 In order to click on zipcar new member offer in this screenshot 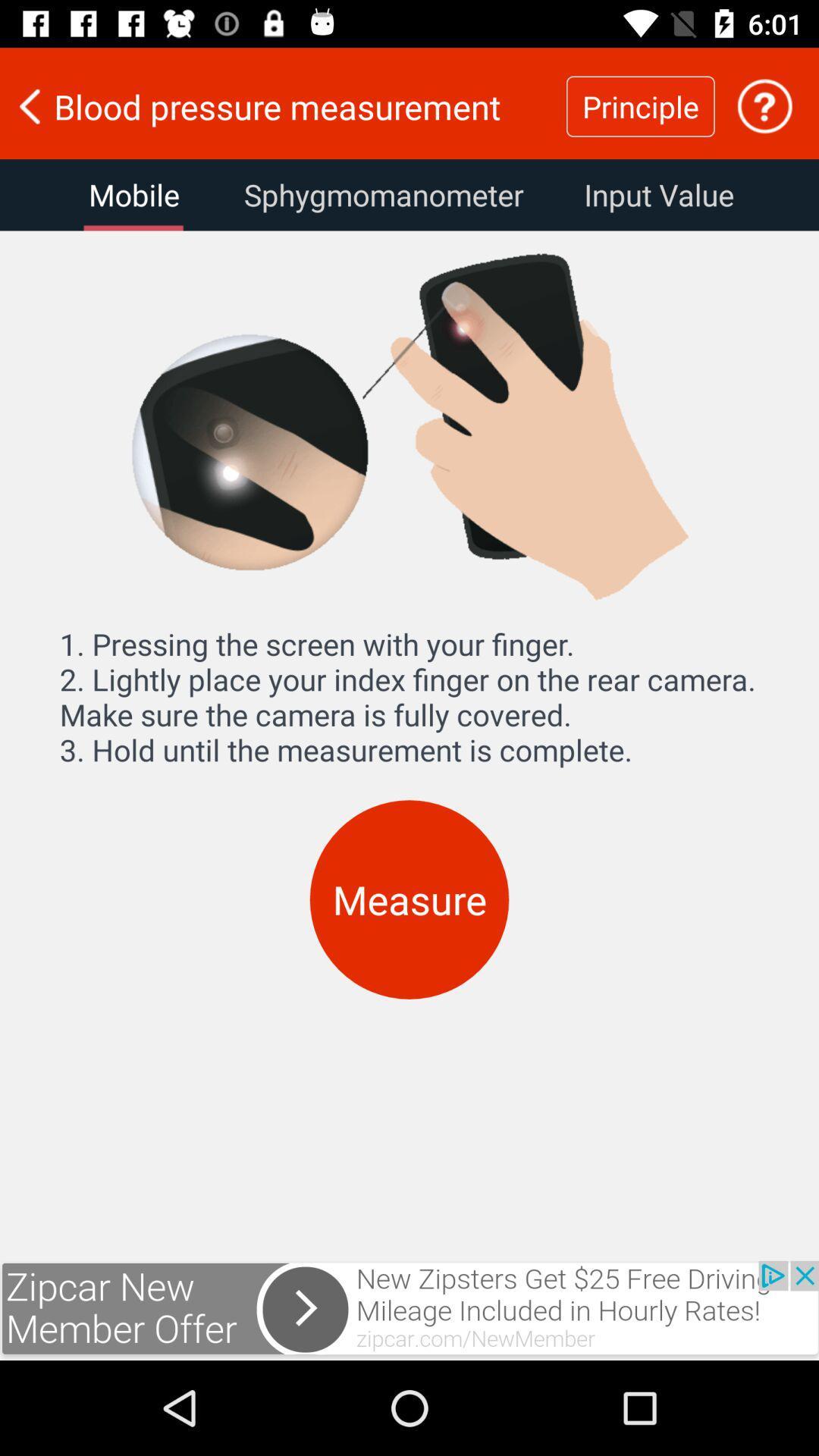, I will do `click(409, 1310)`.